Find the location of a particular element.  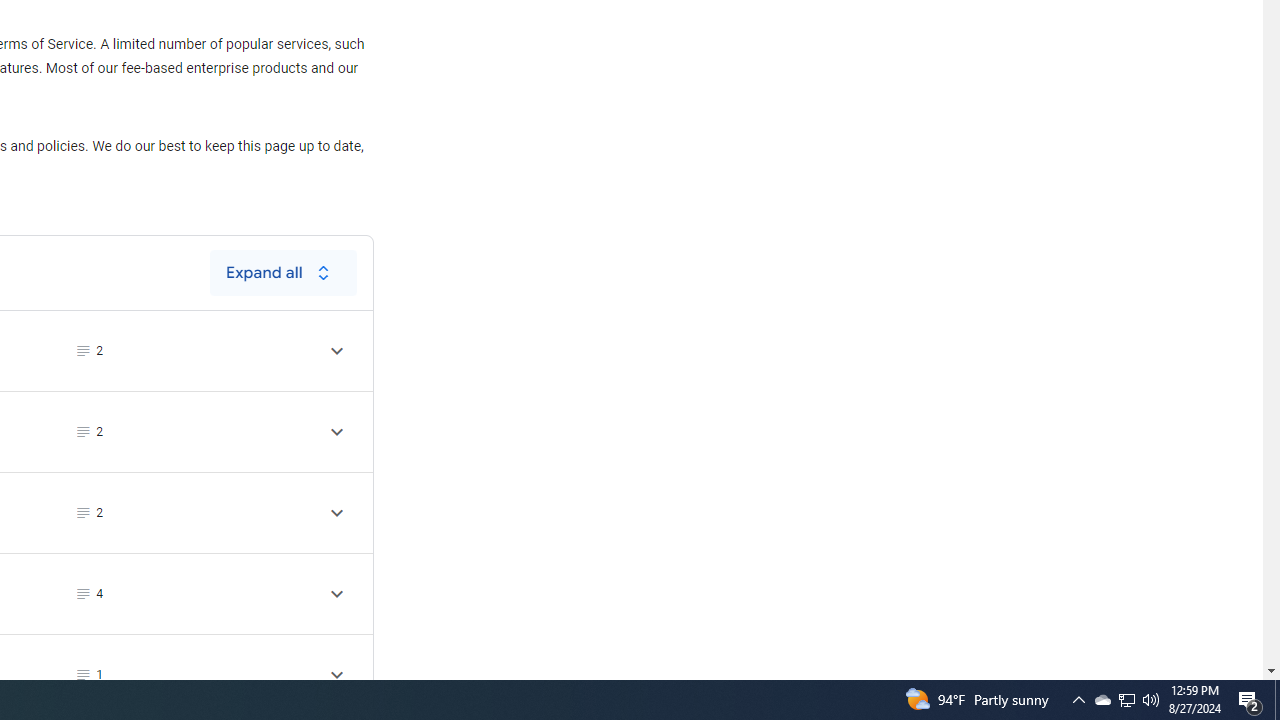

'Expand all' is located at coordinates (282, 272).